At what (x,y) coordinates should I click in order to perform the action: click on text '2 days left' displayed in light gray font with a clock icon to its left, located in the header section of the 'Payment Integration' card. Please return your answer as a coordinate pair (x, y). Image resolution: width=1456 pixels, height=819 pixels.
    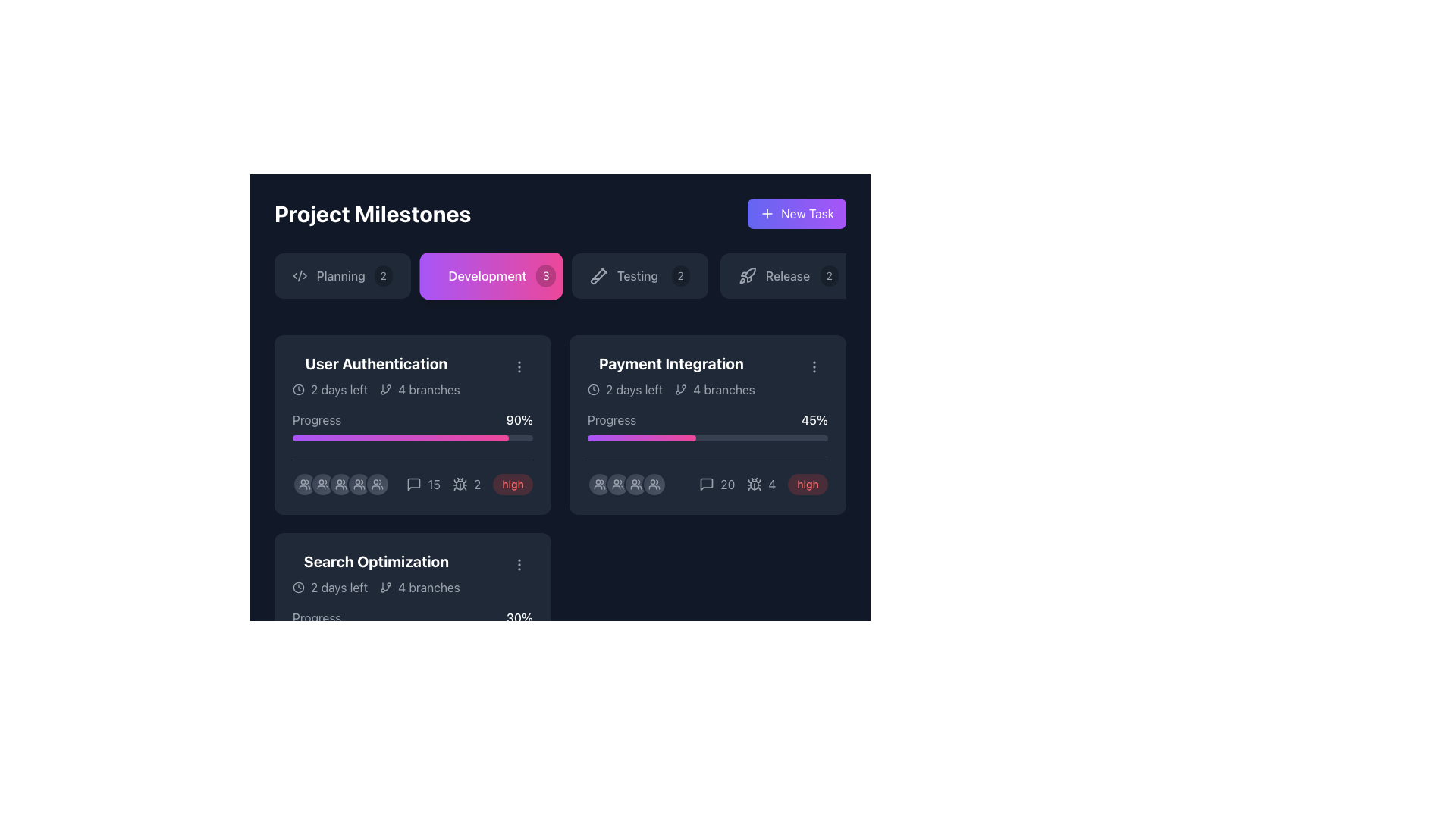
    Looking at the image, I should click on (625, 388).